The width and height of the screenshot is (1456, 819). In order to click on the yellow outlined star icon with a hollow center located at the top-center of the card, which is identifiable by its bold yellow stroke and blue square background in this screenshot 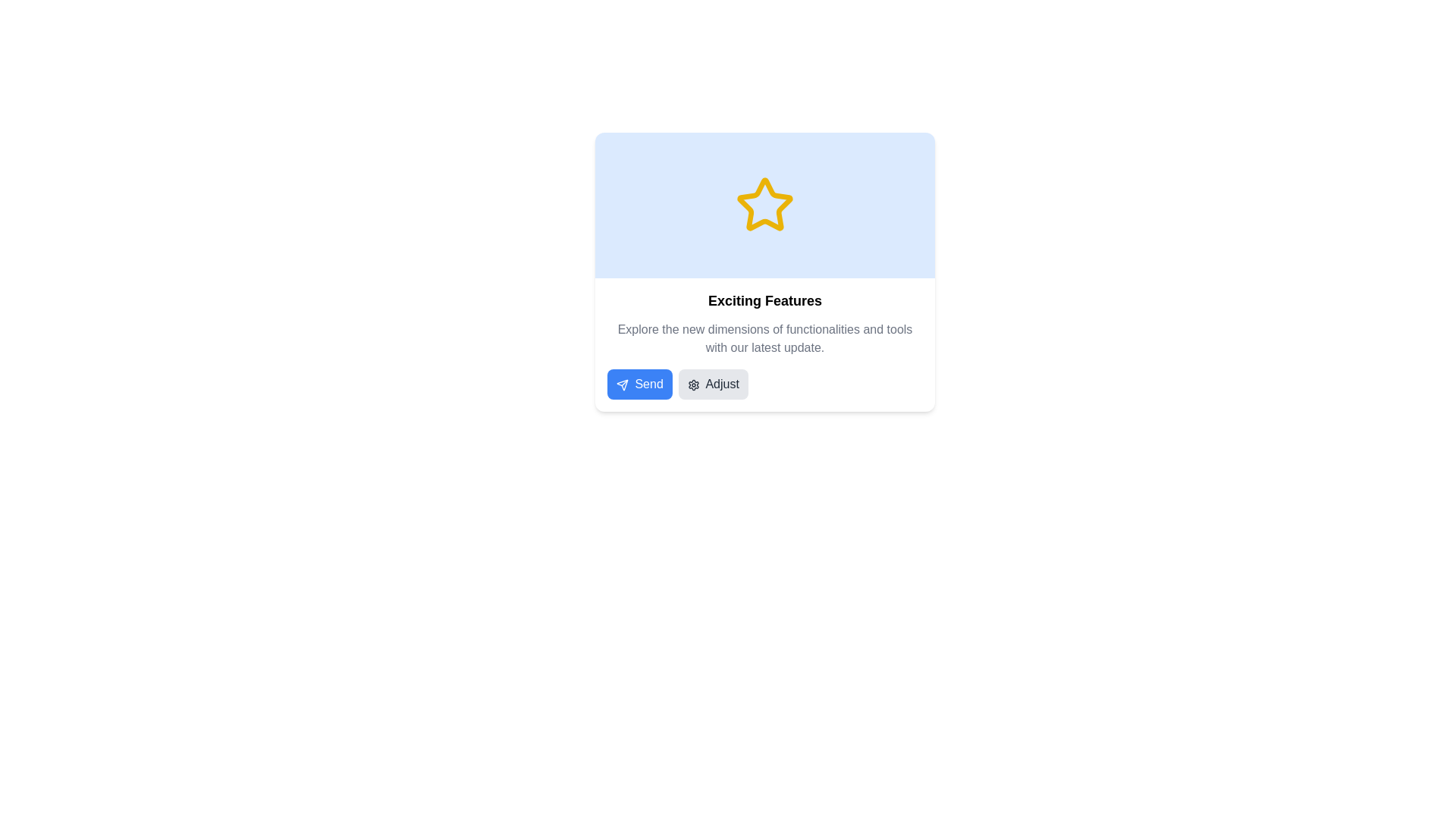, I will do `click(764, 205)`.